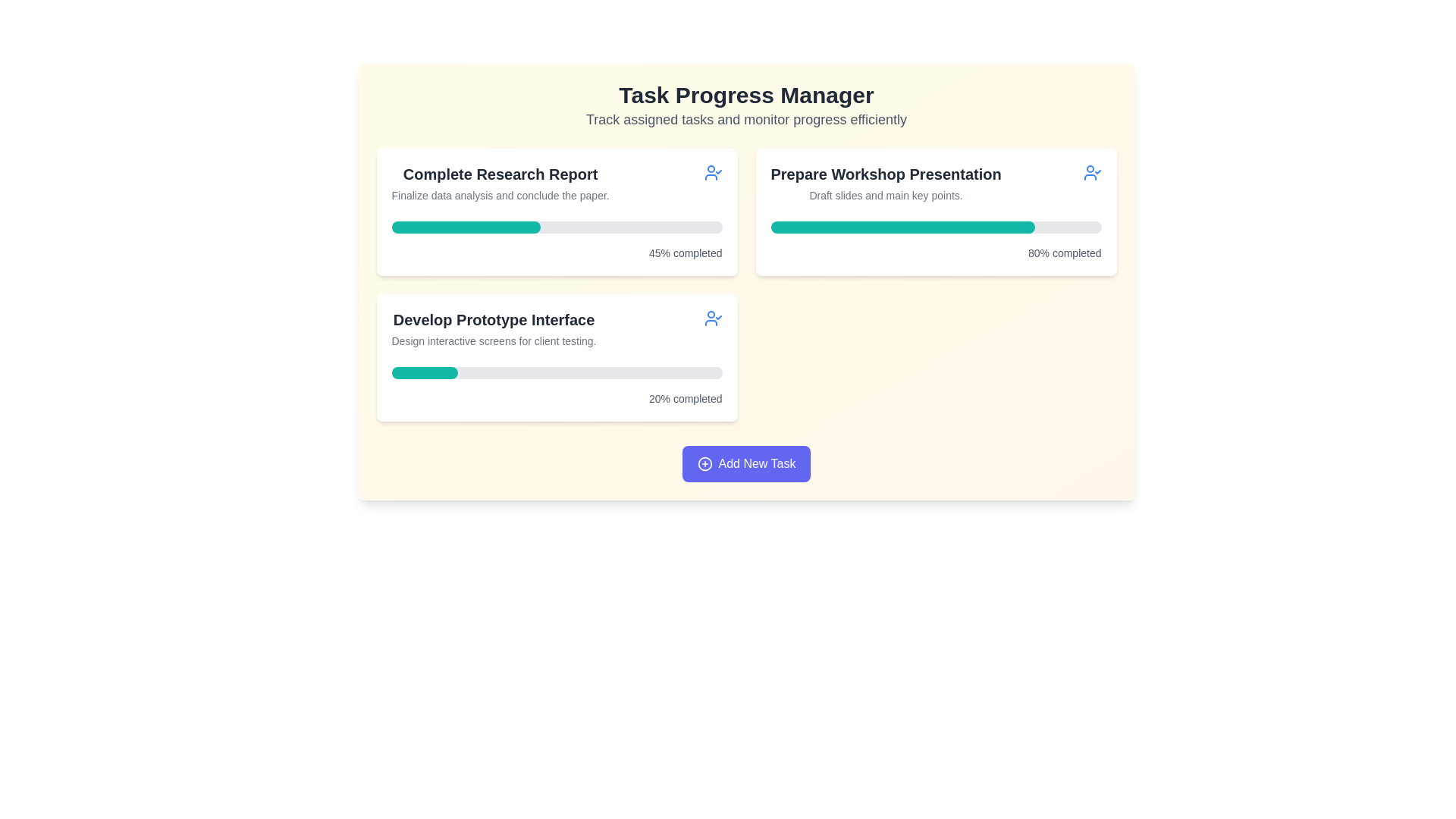  What do you see at coordinates (886, 183) in the screenshot?
I see `the text block displaying the task header 'Prepare Workshop Presentation' and the subtitle 'Draft slides and main key points.'` at bounding box center [886, 183].